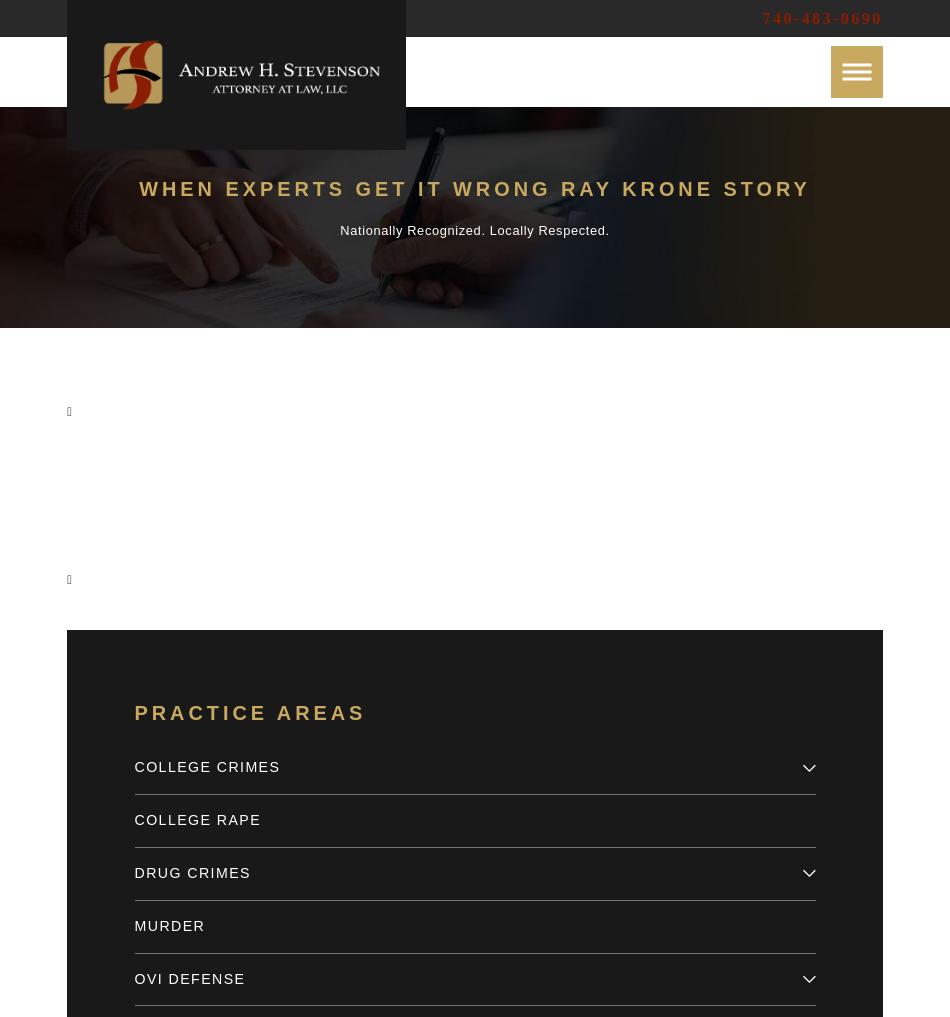 The image size is (950, 1017). I want to click on 'To Move Forward', so click(530, 502).